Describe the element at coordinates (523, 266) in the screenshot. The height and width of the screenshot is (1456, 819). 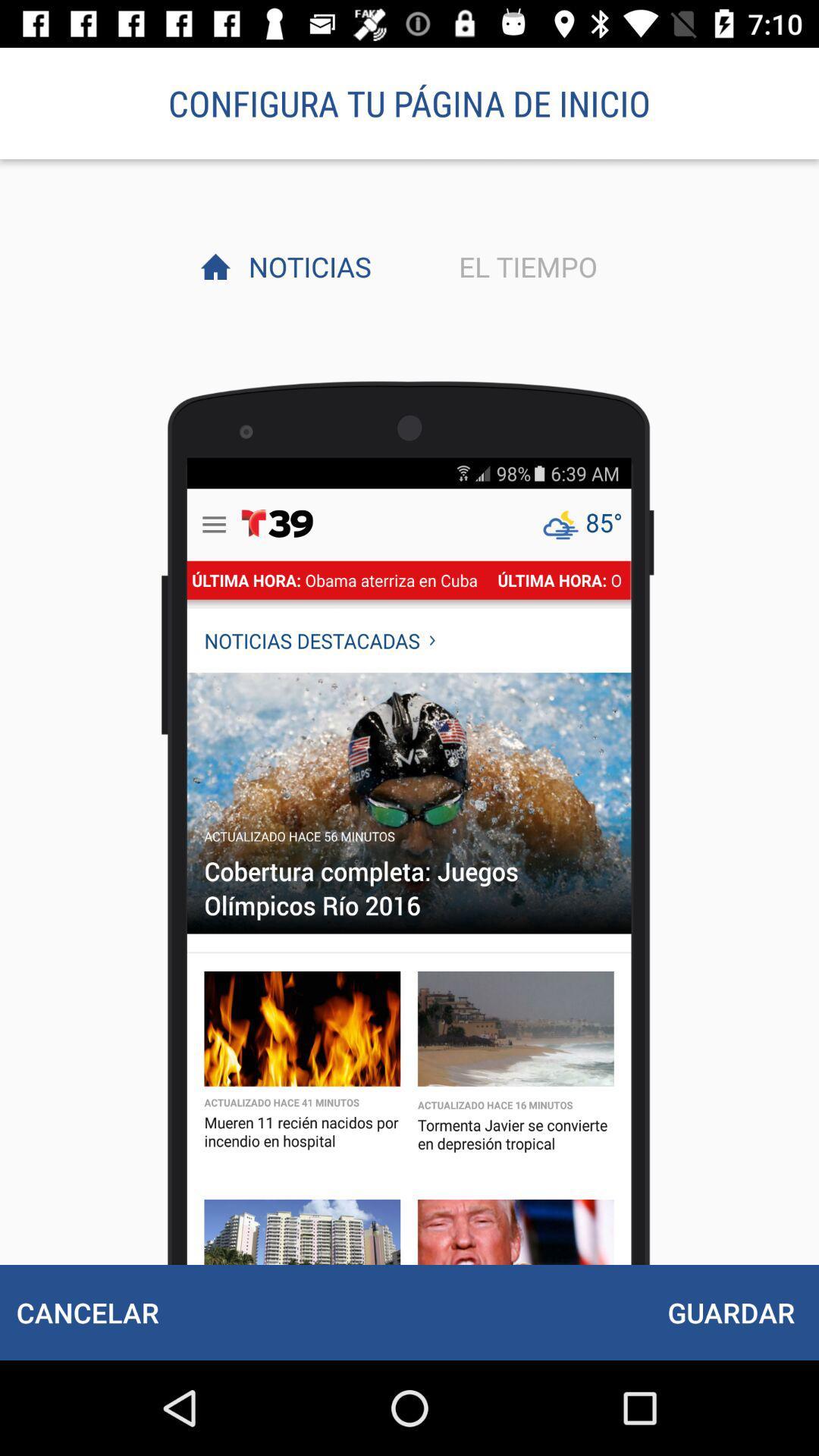
I see `el tiempo icon` at that location.